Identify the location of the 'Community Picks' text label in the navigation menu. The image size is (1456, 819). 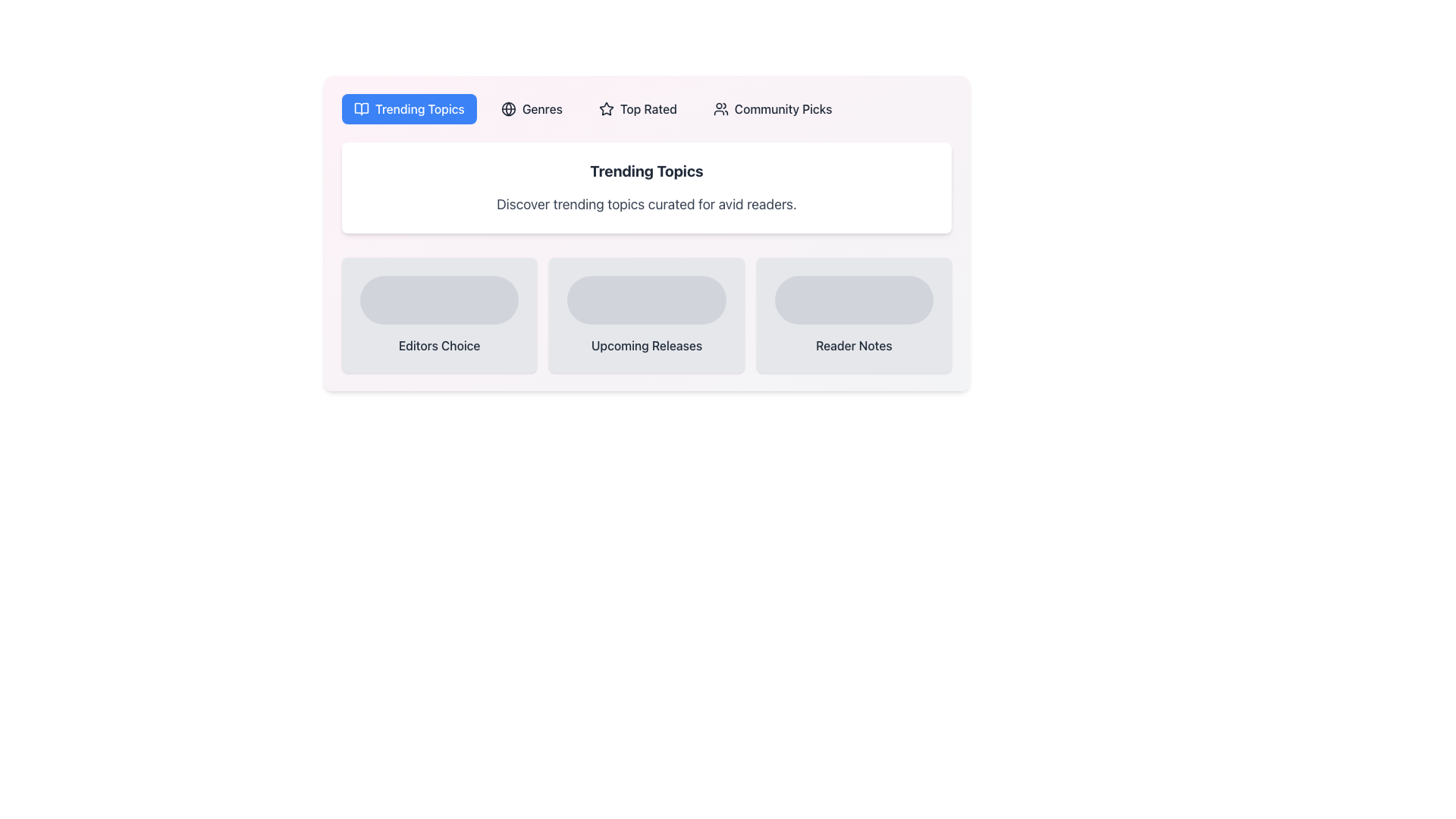
(783, 108).